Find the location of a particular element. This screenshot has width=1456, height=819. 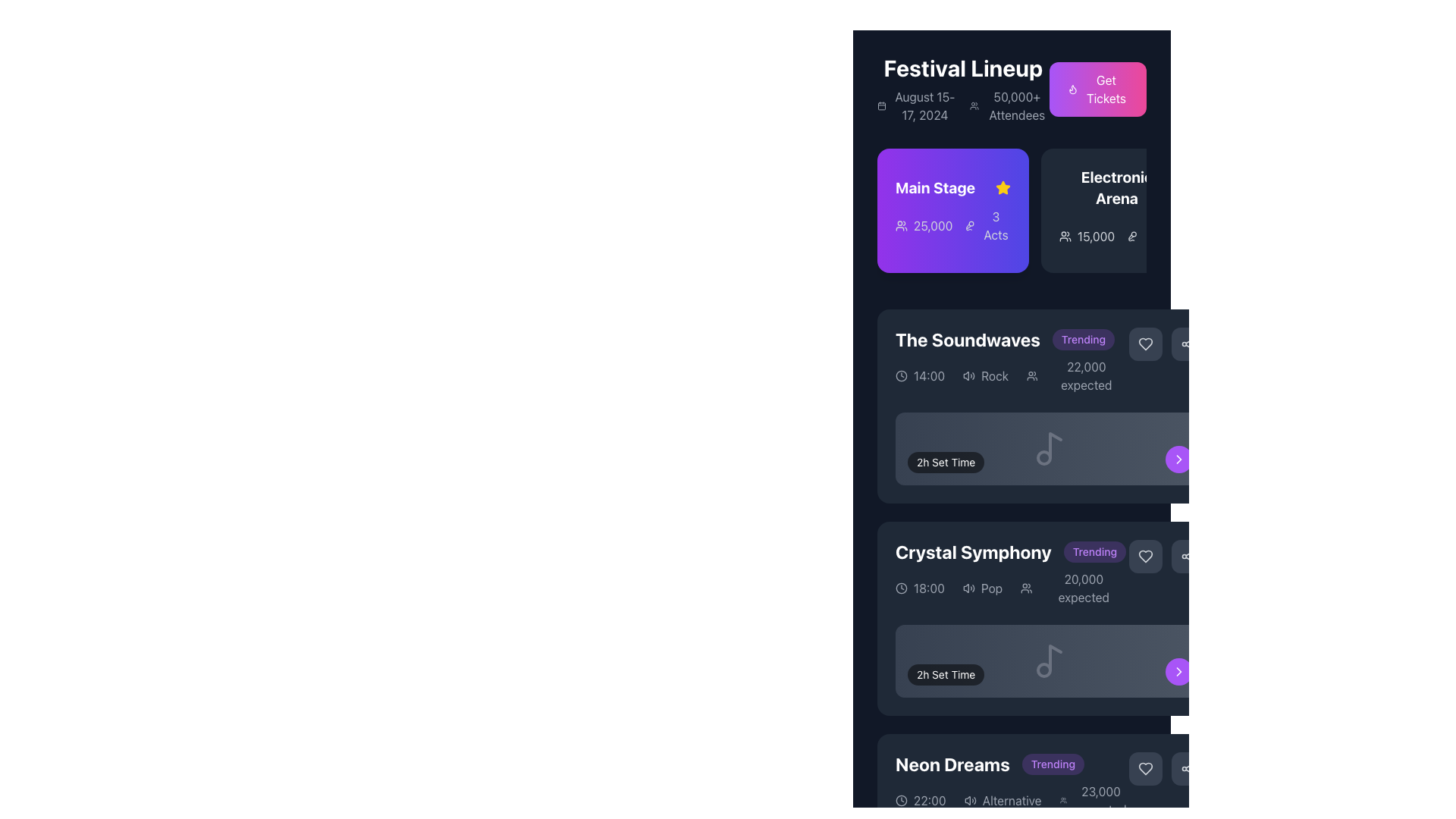

the textual information block displaying event details, which includes 'The Soundwaves' headline, a 'Trending' badge, and various icons for time, genre, and expected attendees is located at coordinates (1012, 360).